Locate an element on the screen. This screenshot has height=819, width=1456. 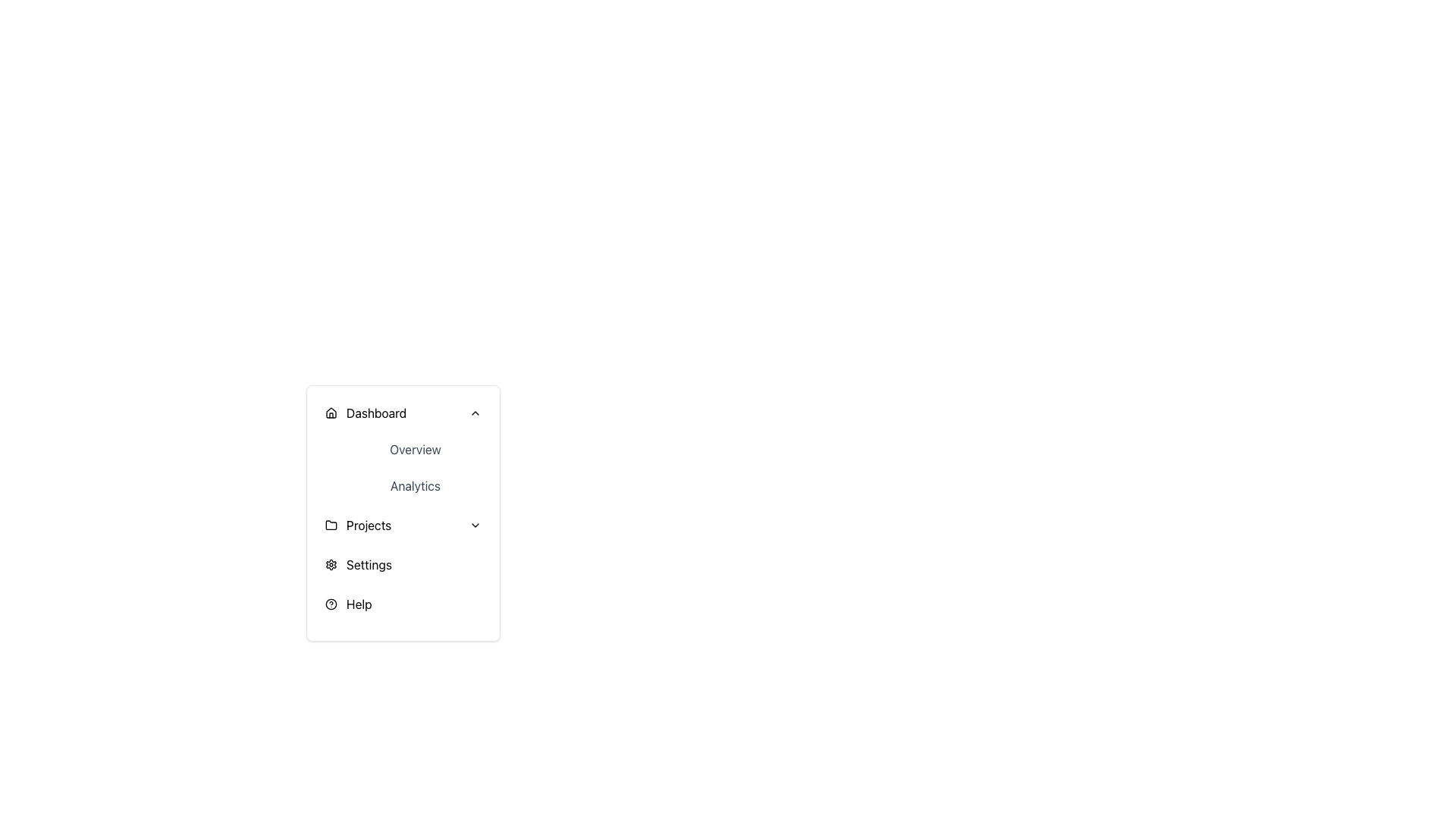
the Text label displaying 'Overview', which is styled with a grey font color and is located below the 'Dashboard' component and above the 'Analytics' text in the 'Dashboard' dropdown menu is located at coordinates (415, 449).